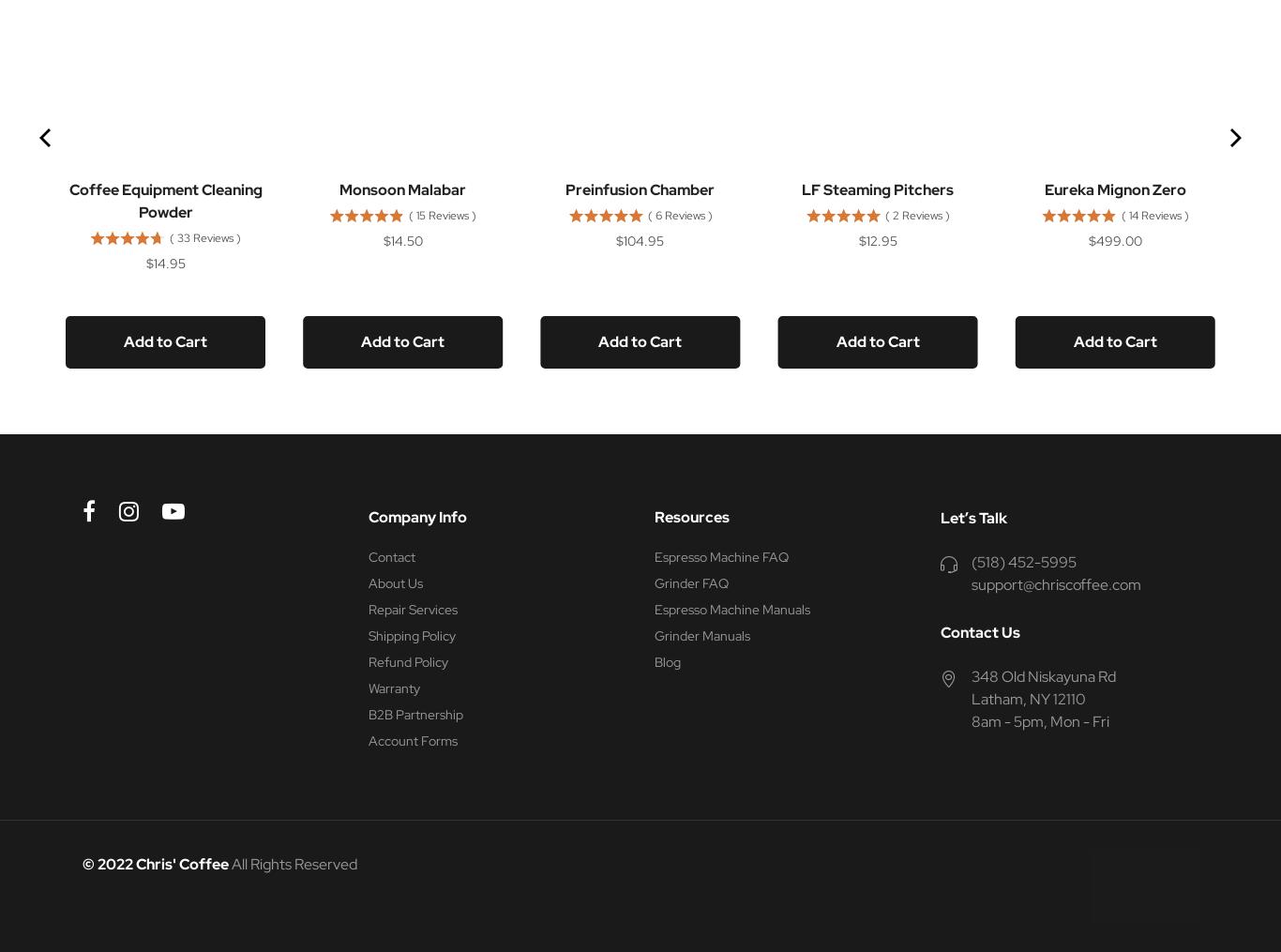 This screenshot has width=1281, height=952. I want to click on 'Warranty', so click(393, 688).